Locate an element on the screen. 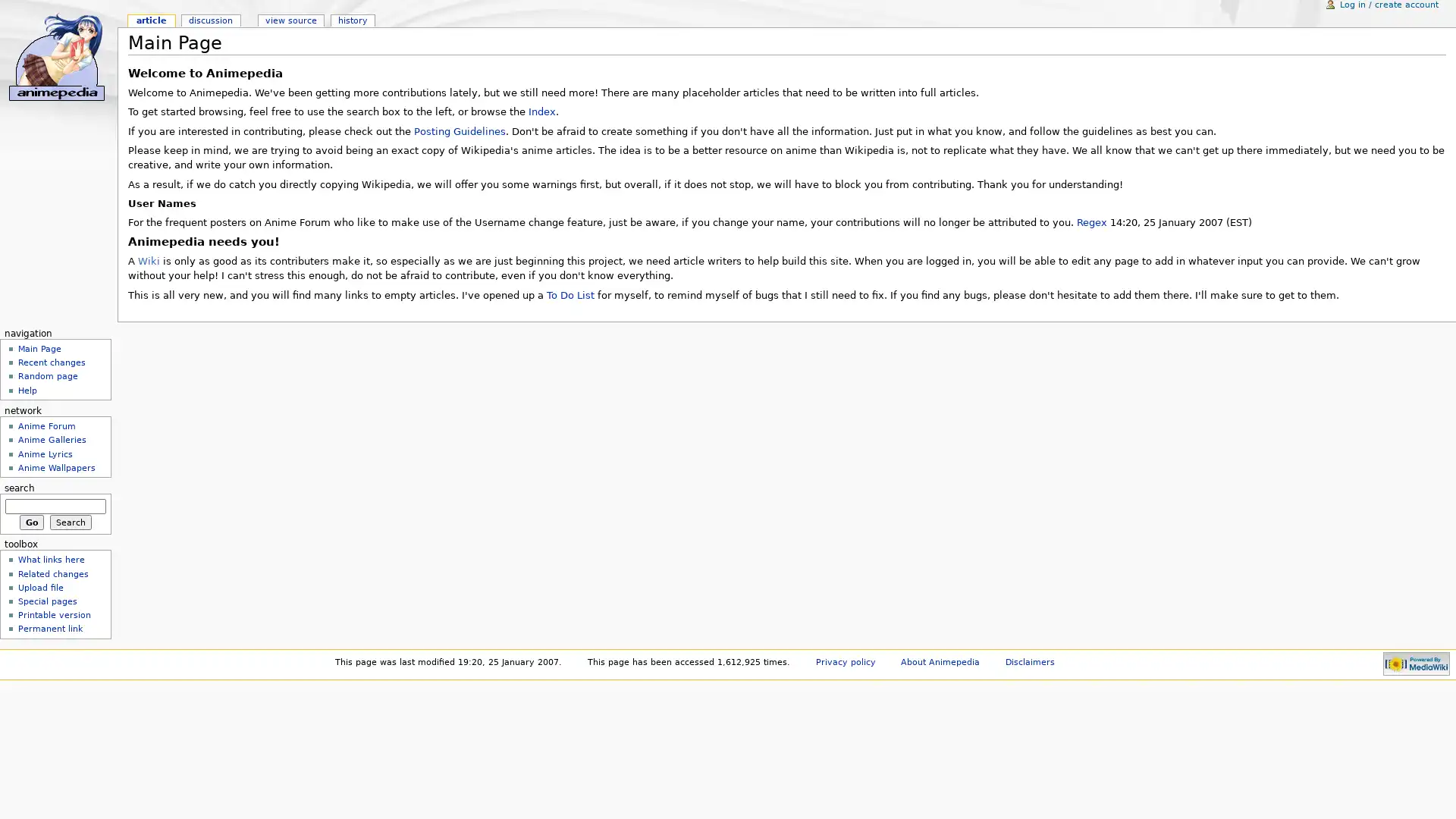 The image size is (1456, 819). Go is located at coordinates (31, 520).